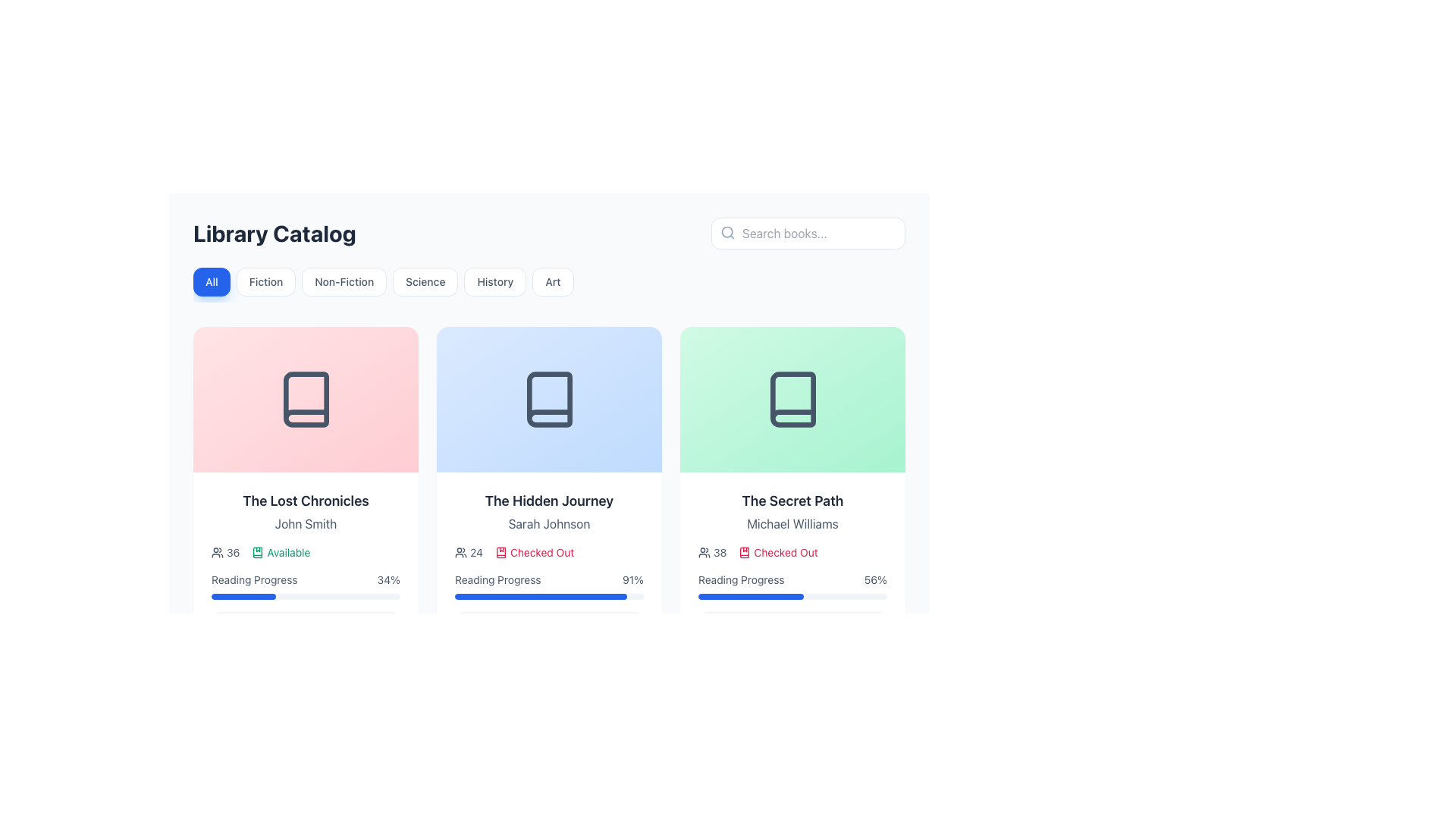 This screenshot has width=1456, height=819. What do you see at coordinates (548, 500) in the screenshot?
I see `the text 'The Hidden Journey' displayed in a bold, large-sized font` at bounding box center [548, 500].